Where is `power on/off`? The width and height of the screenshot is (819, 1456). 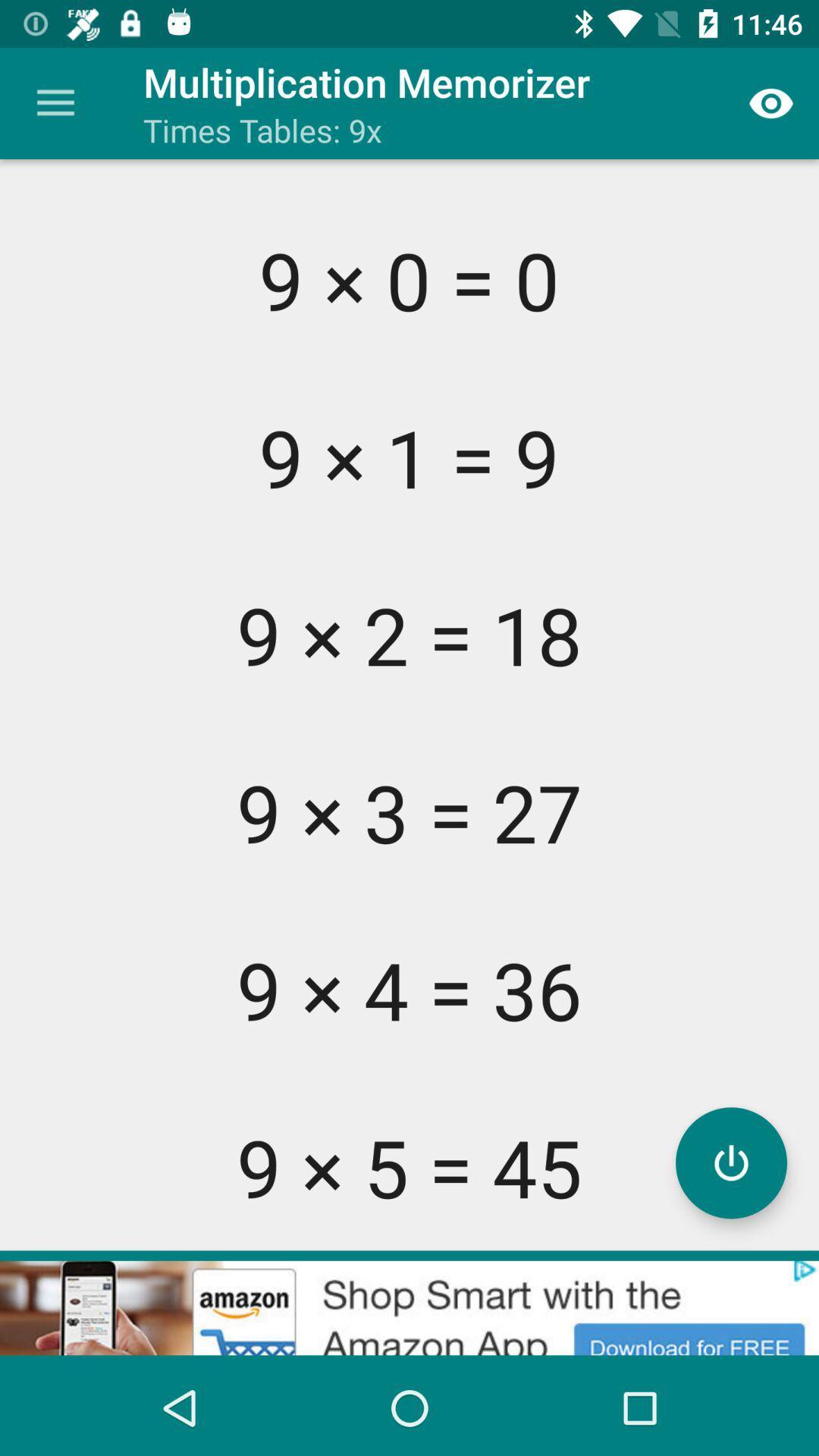
power on/off is located at coordinates (730, 1162).